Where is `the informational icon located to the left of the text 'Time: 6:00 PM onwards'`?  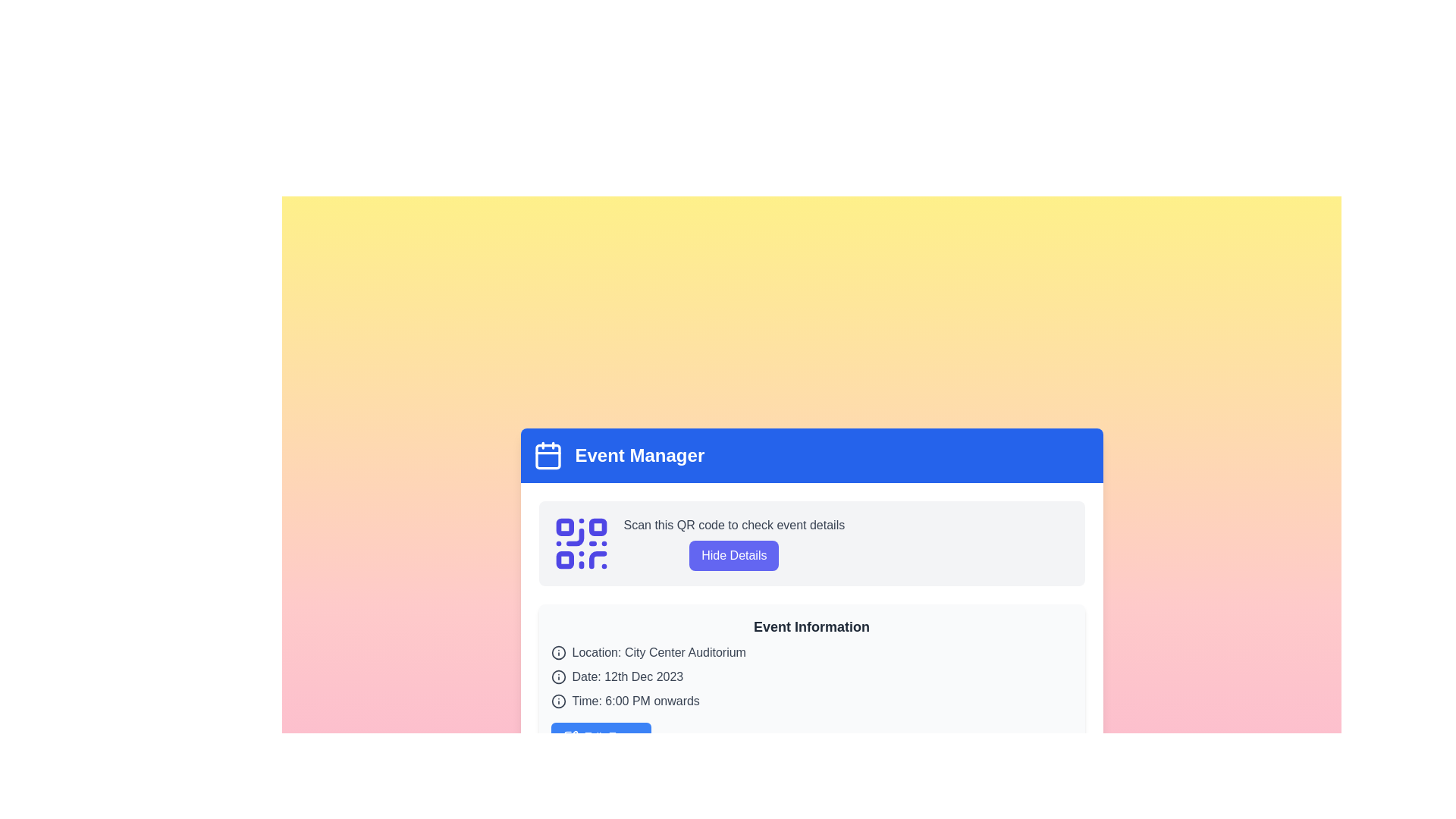
the informational icon located to the left of the text 'Time: 6:00 PM onwards' is located at coordinates (557, 701).